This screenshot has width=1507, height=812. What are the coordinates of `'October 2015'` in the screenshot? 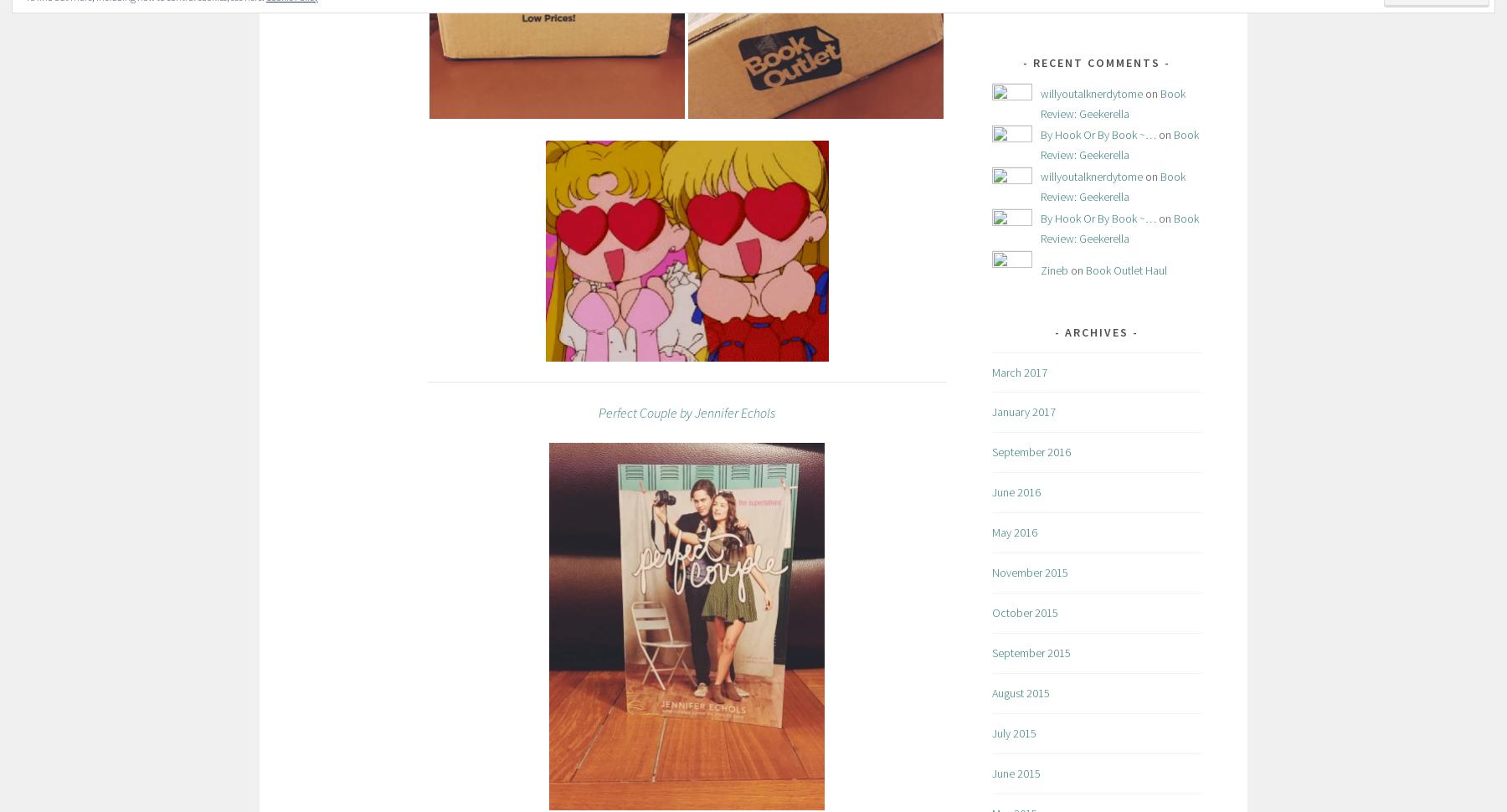 It's located at (1024, 611).